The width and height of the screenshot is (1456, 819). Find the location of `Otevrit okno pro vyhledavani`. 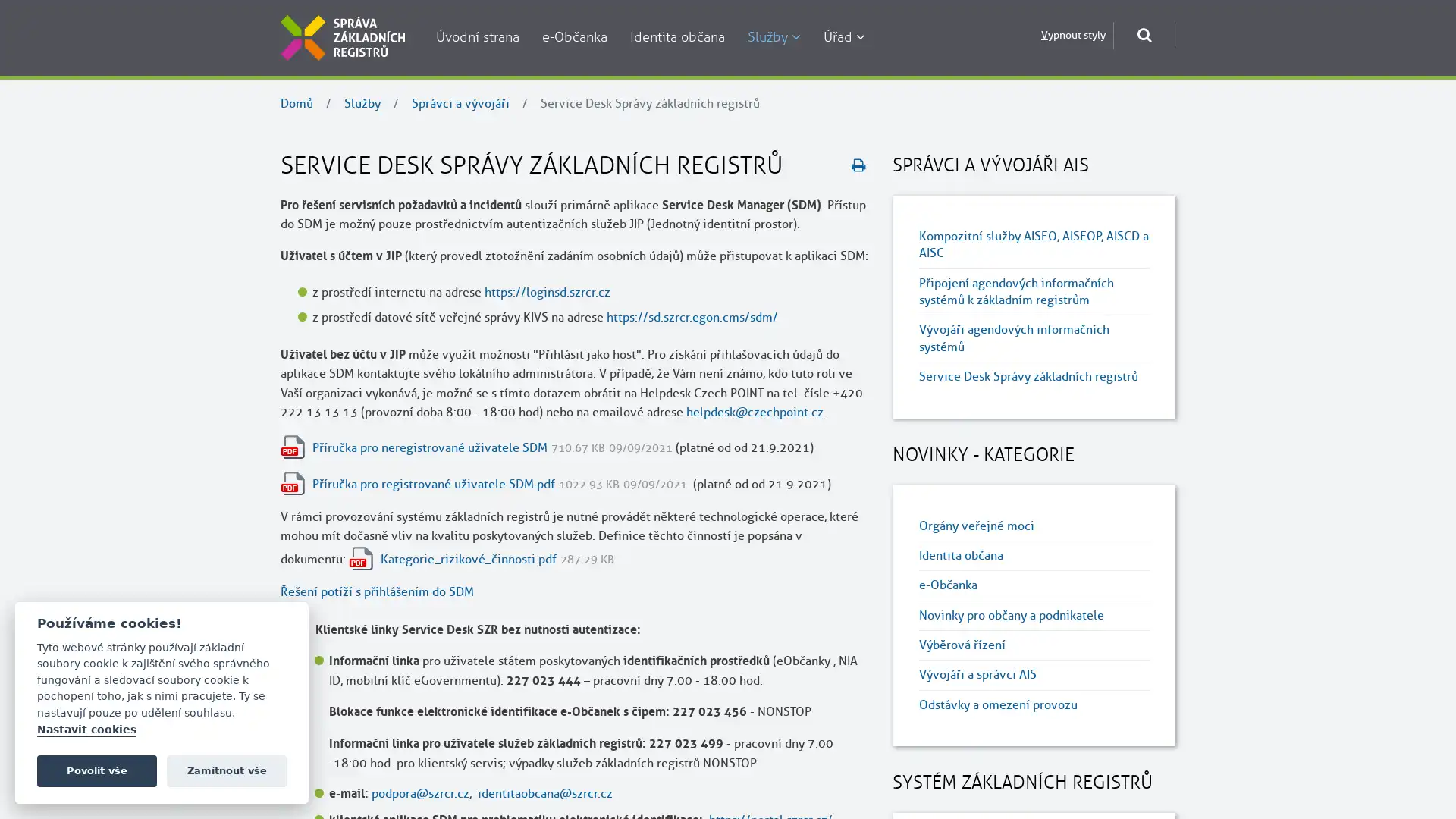

Otevrit okno pro vyhledavani is located at coordinates (1144, 34).